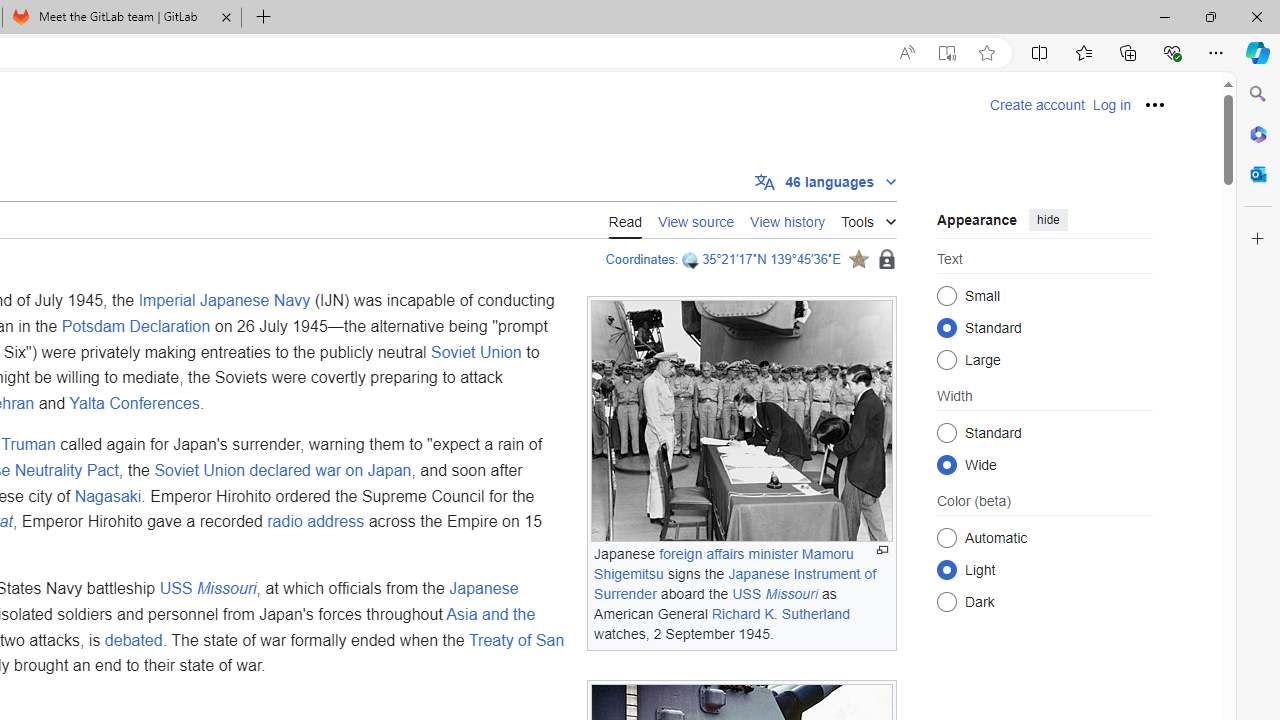  I want to click on 'Read', so click(624, 219).